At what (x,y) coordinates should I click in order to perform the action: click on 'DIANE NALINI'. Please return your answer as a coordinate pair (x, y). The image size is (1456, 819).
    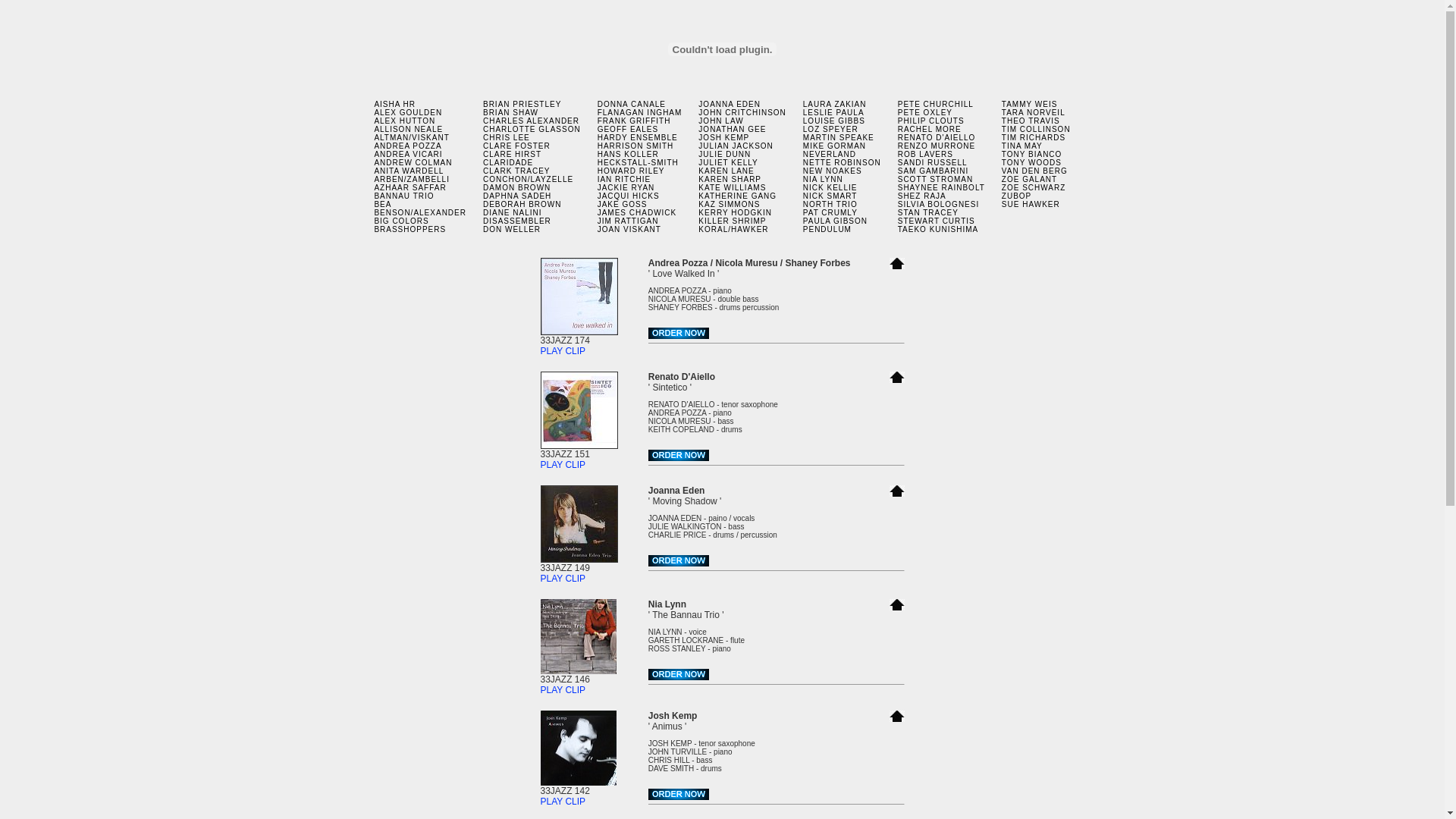
    Looking at the image, I should click on (513, 212).